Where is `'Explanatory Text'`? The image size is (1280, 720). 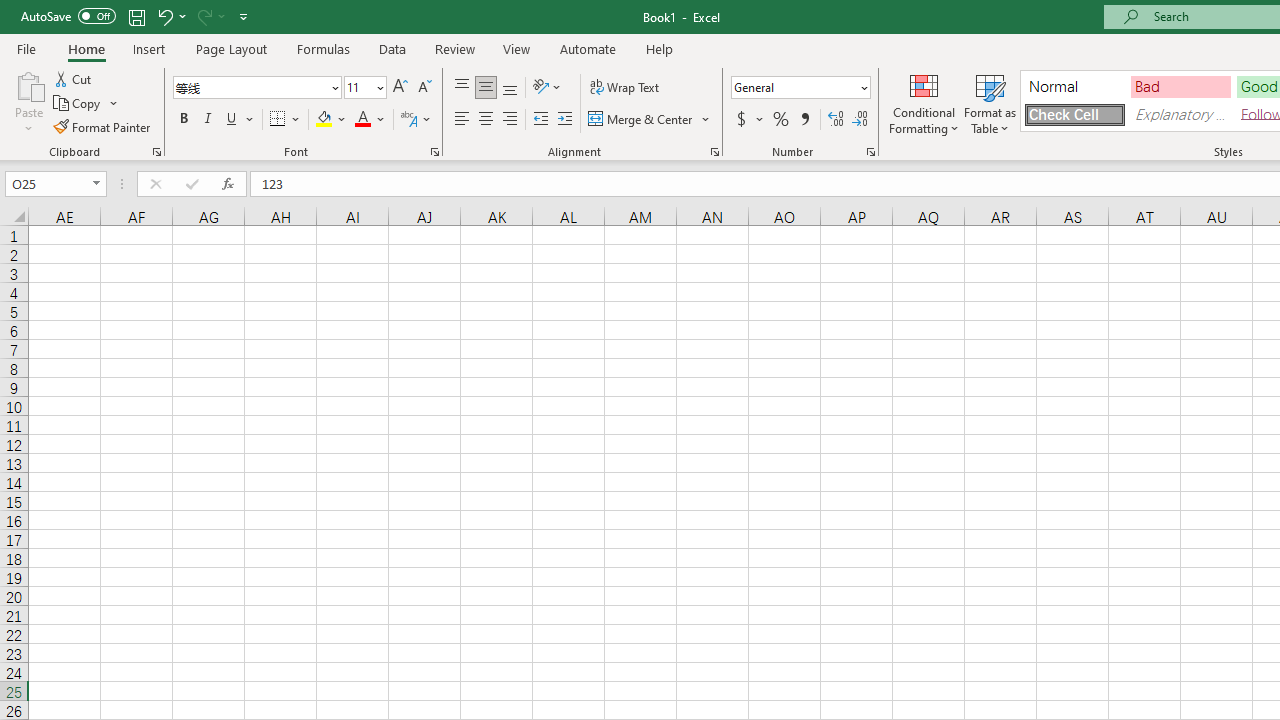
'Explanatory Text' is located at coordinates (1180, 114).